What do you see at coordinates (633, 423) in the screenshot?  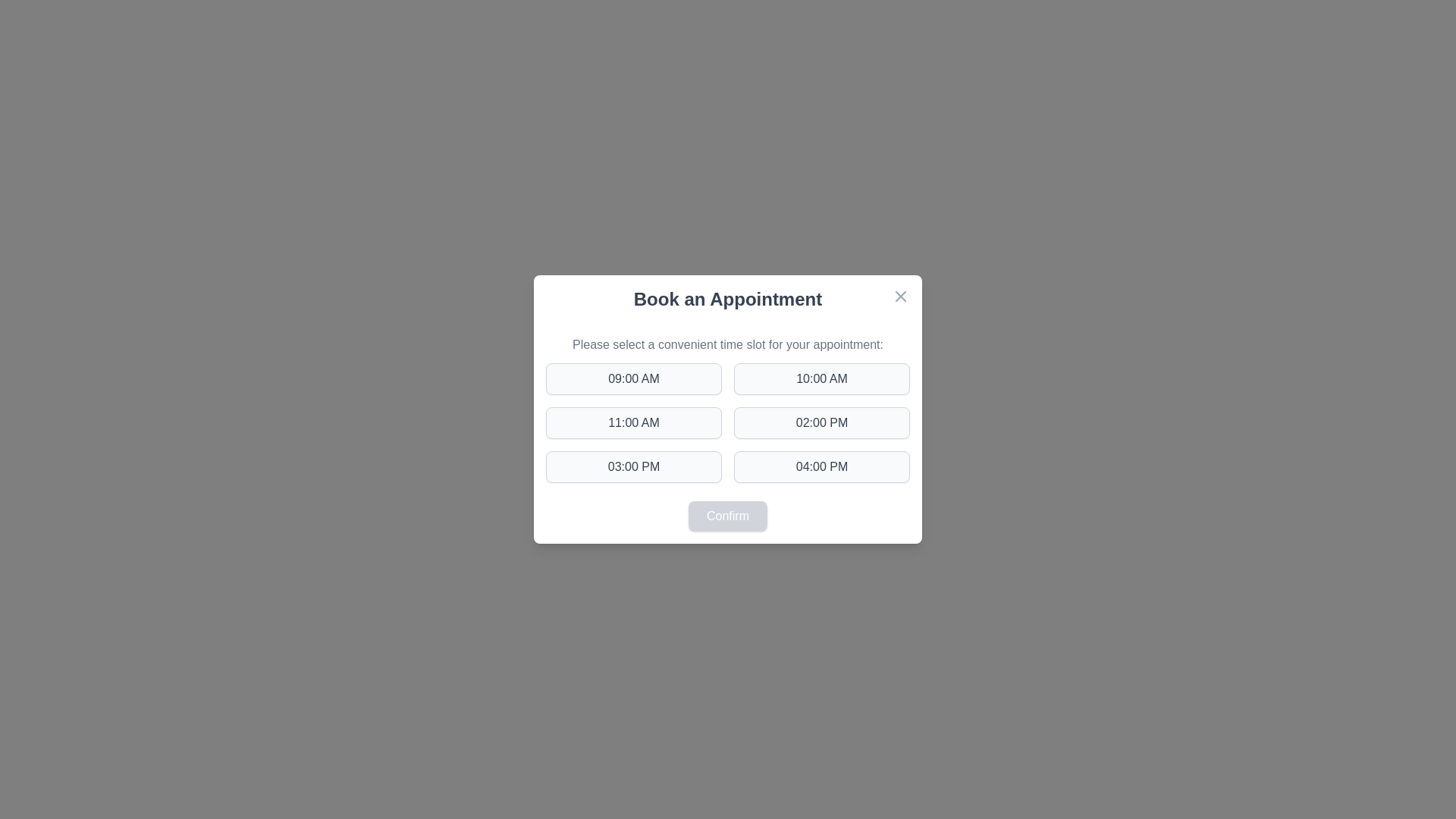 I see `the time slot button labeled 11:00 AM` at bounding box center [633, 423].